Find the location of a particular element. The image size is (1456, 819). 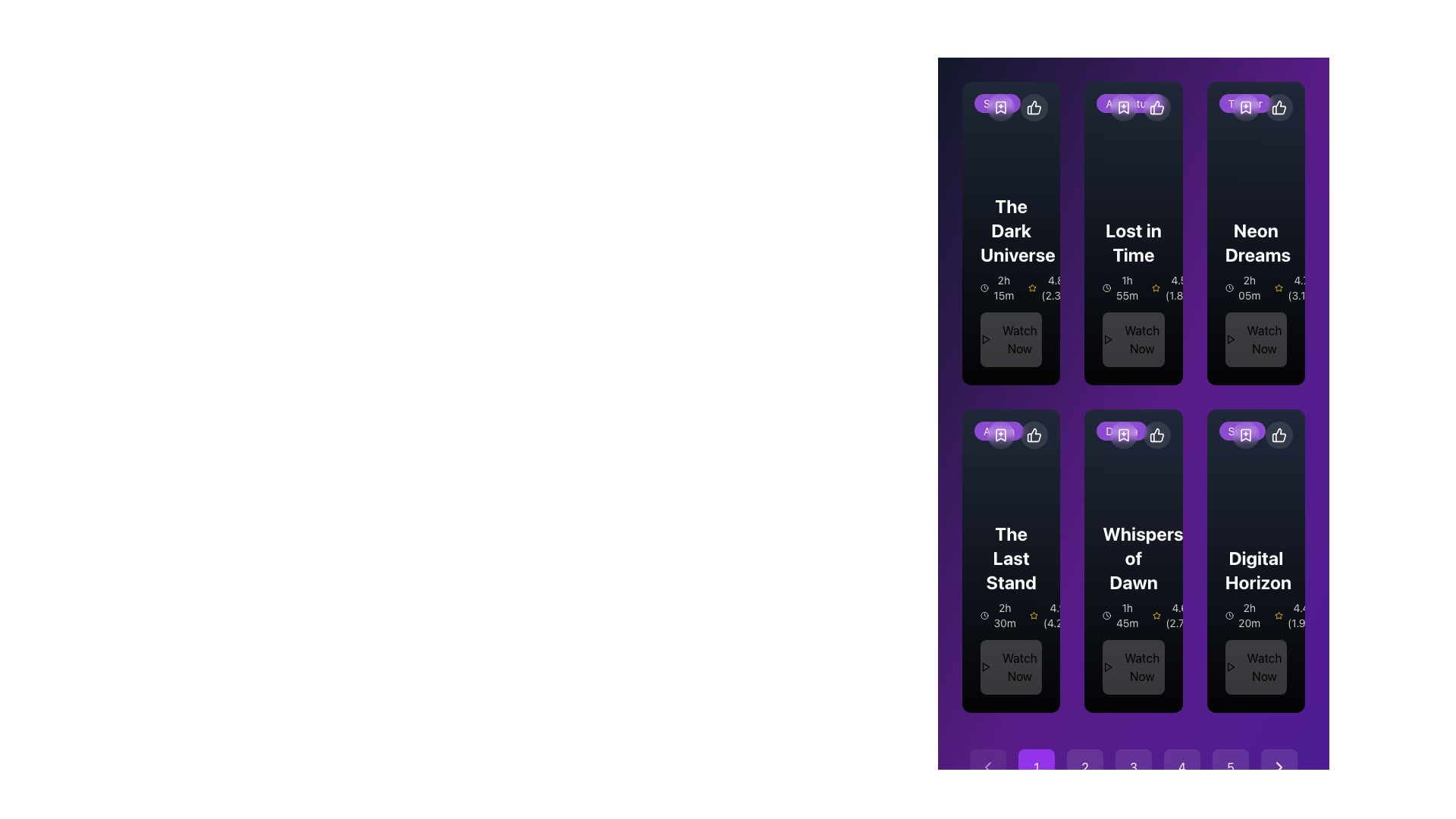

the first star icon representing a unit of the rating for 'Digital Horizon' located below the title and rating text is located at coordinates (1156, 615).